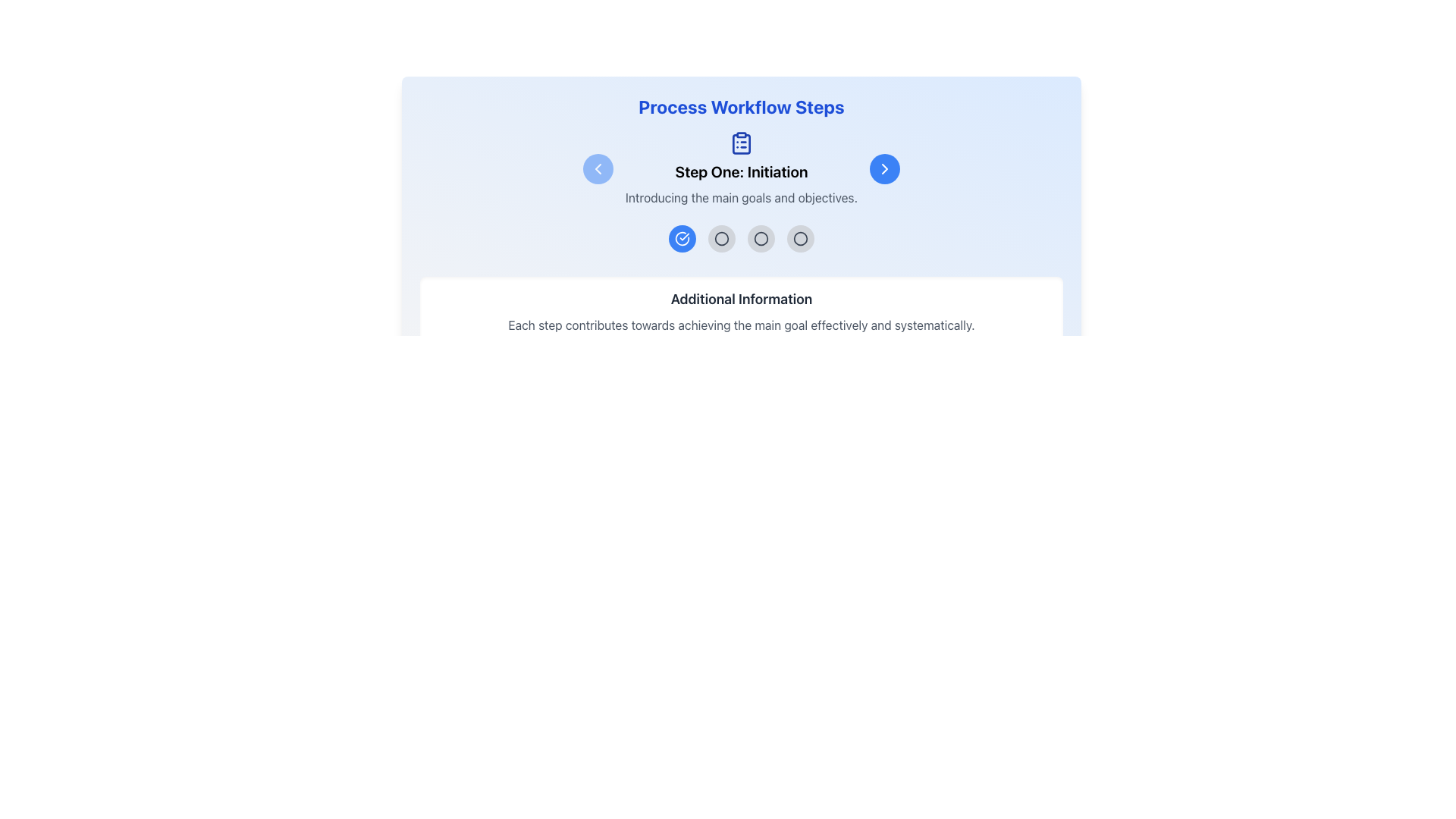 Image resolution: width=1456 pixels, height=819 pixels. I want to click on the circular button located between a blue checkmark icon and an unfilled circle in the button group, so click(720, 239).